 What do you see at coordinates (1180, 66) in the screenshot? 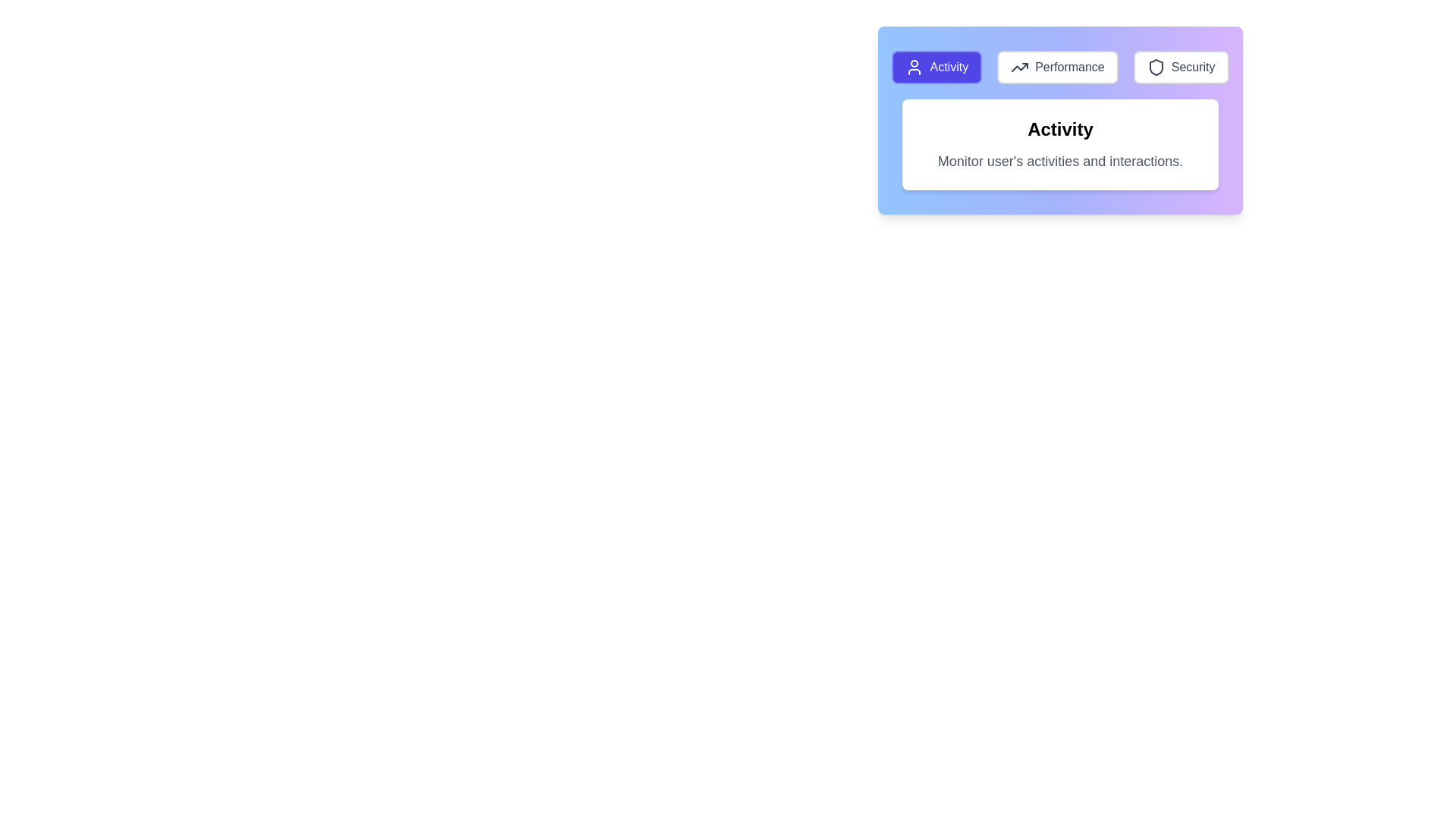
I see `the 'Security' button located at the far right of the horizontal navigation bar` at bounding box center [1180, 66].